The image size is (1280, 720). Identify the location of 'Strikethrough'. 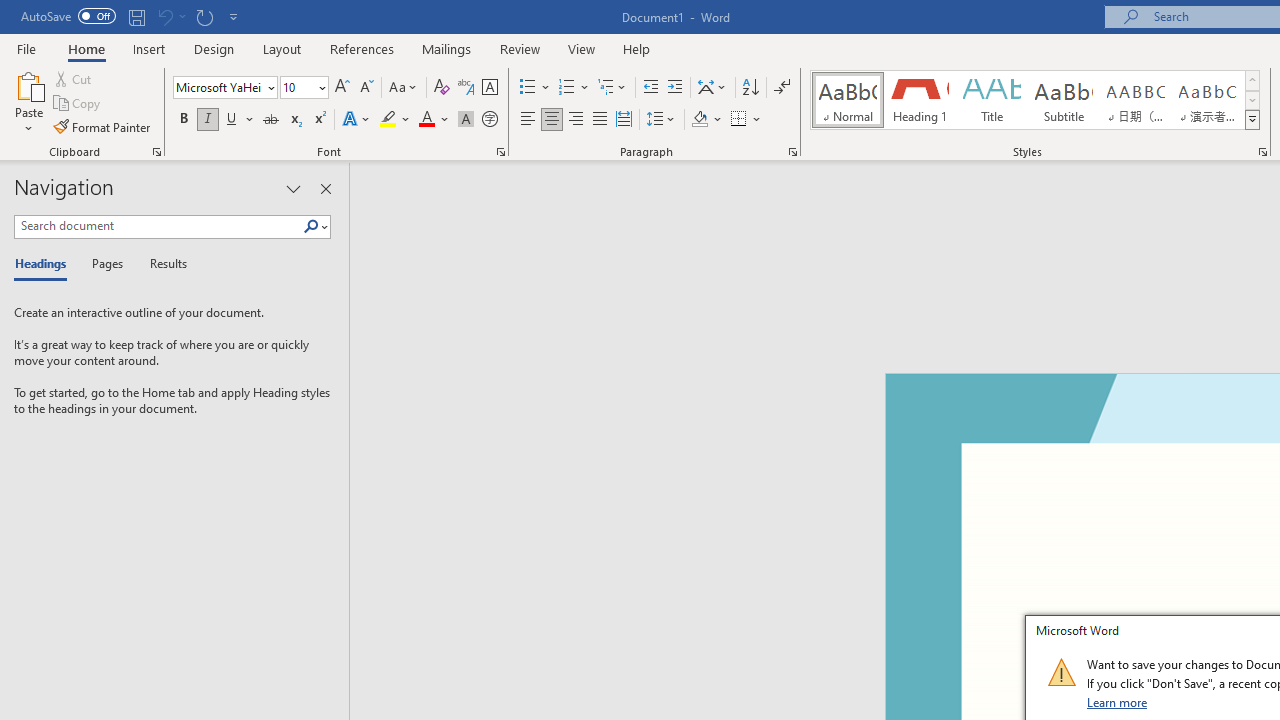
(269, 119).